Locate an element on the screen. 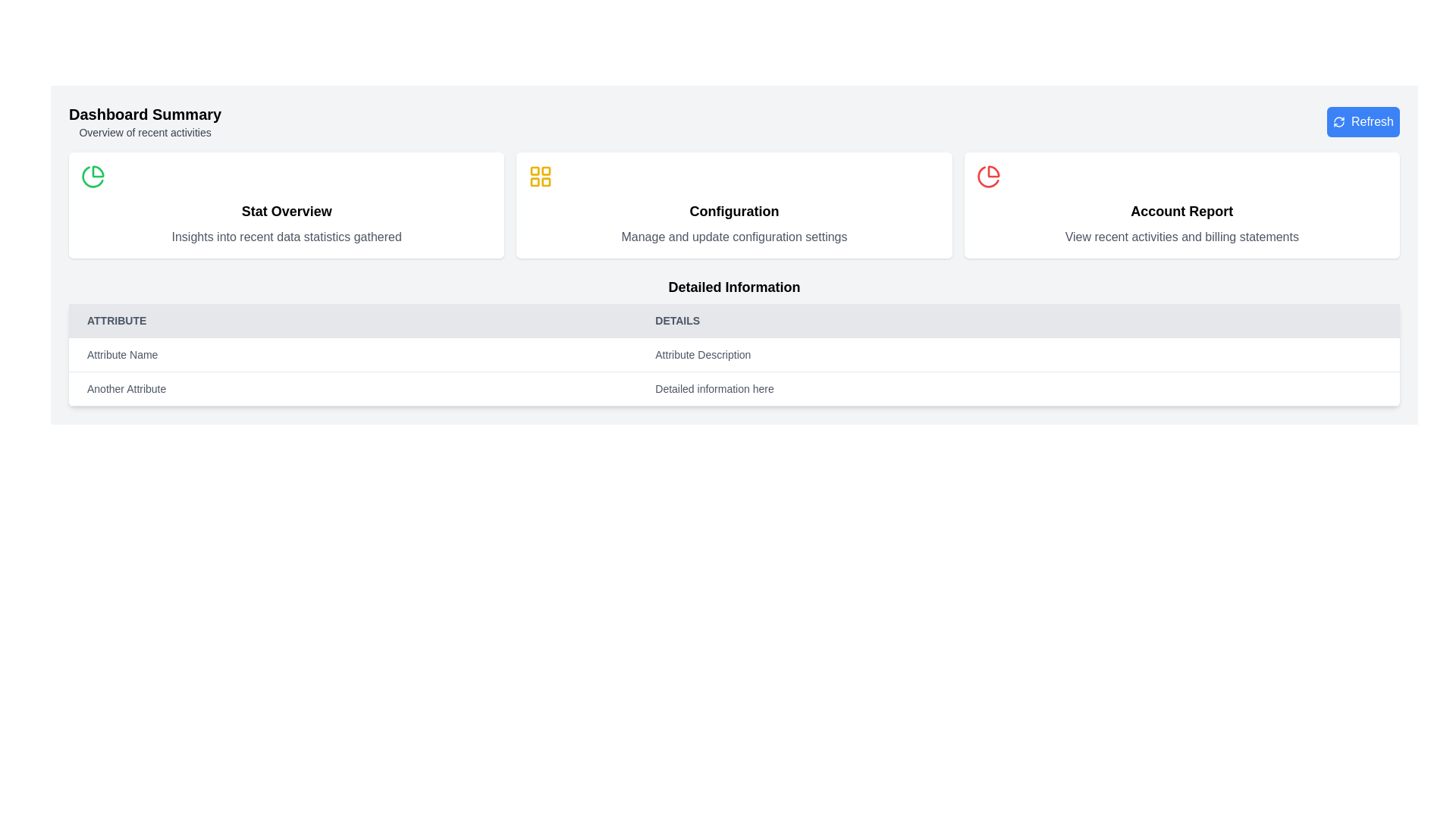 The width and height of the screenshot is (1456, 819). the 'Dashboard Summary' text label, which is bold and large, located at the top-left section of the interface is located at coordinates (145, 113).